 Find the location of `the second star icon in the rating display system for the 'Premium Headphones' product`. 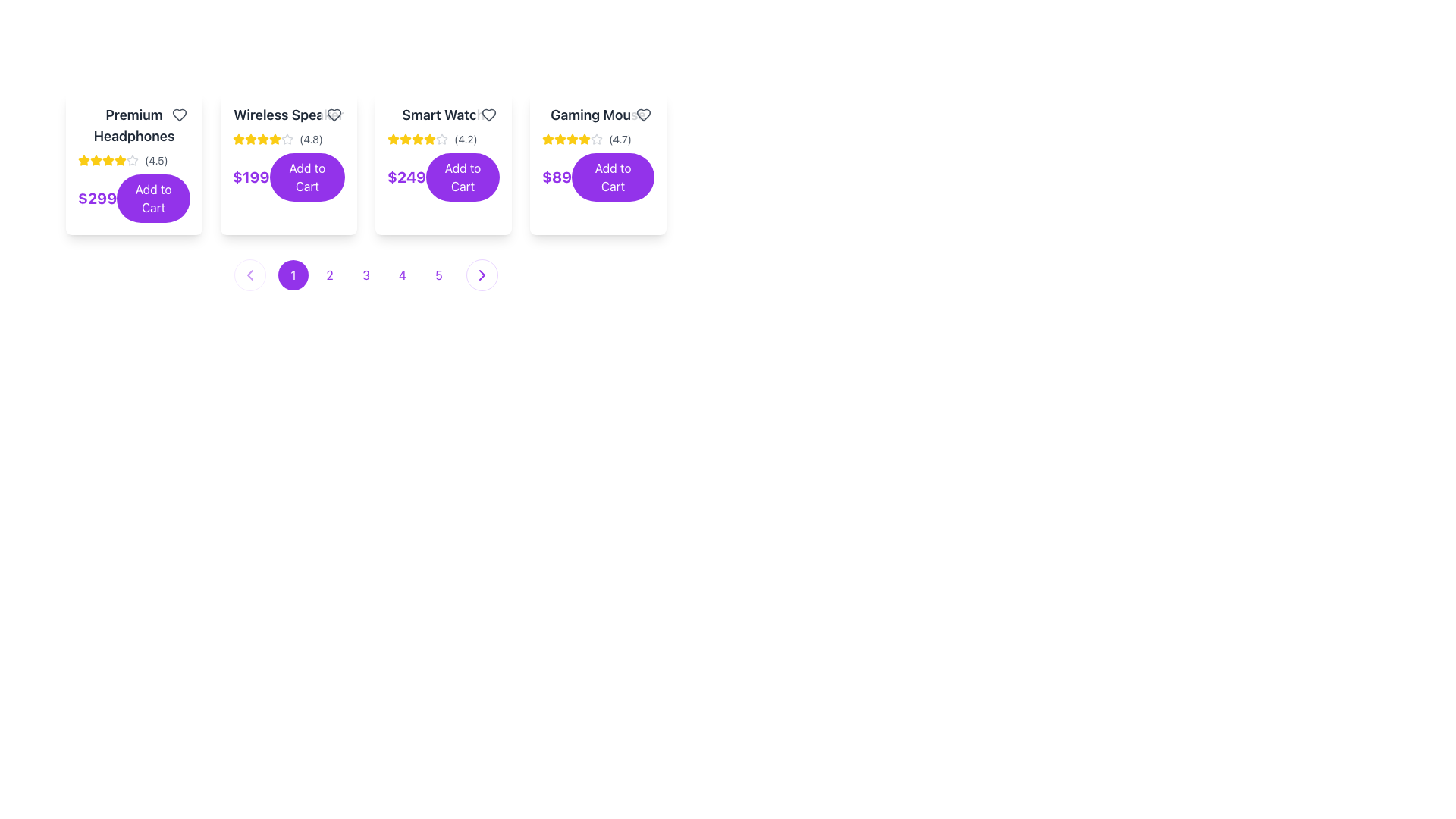

the second star icon in the rating display system for the 'Premium Headphones' product is located at coordinates (95, 160).